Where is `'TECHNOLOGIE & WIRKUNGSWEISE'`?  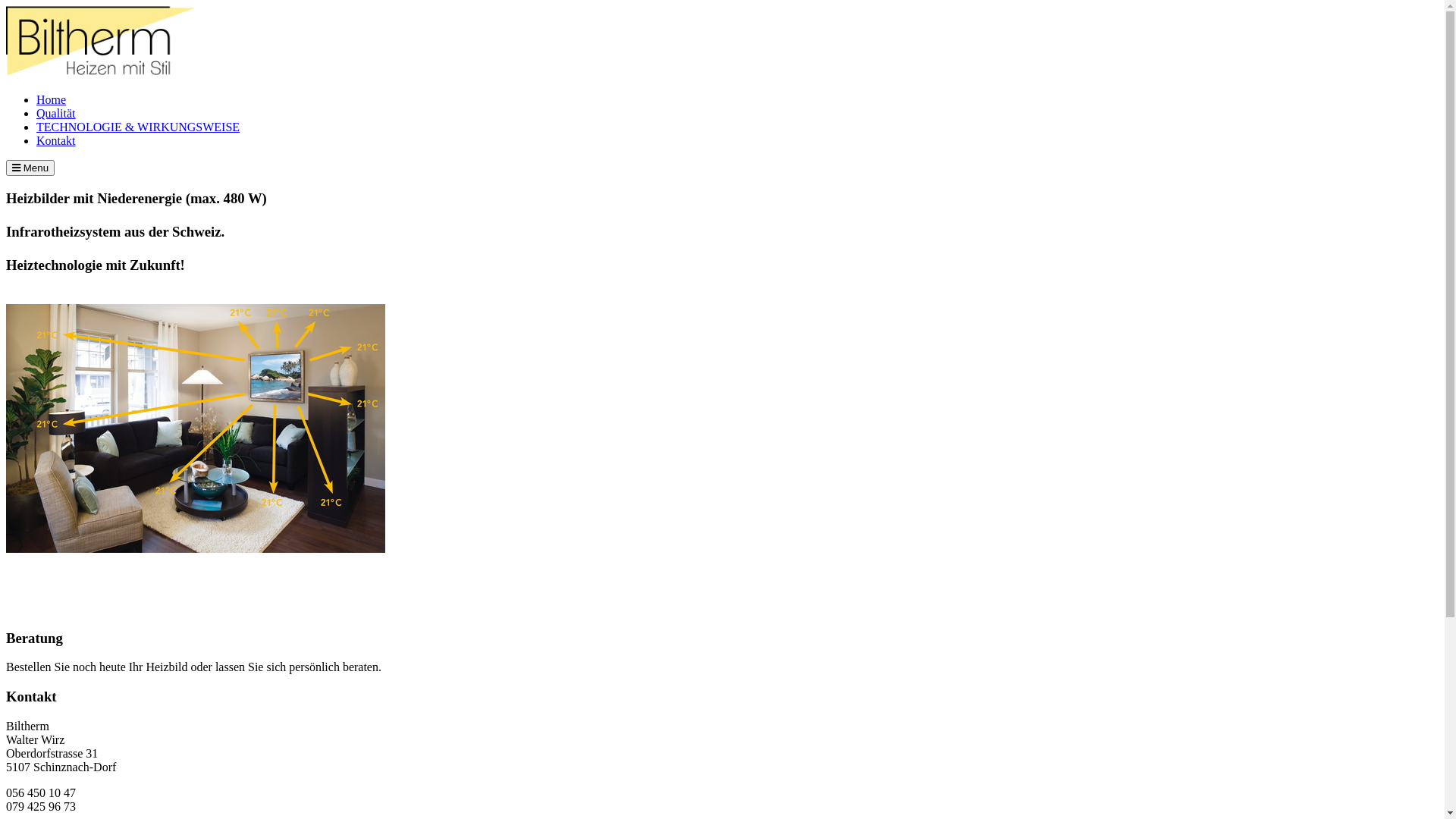 'TECHNOLOGIE & WIRKUNGSWEISE' is located at coordinates (36, 126).